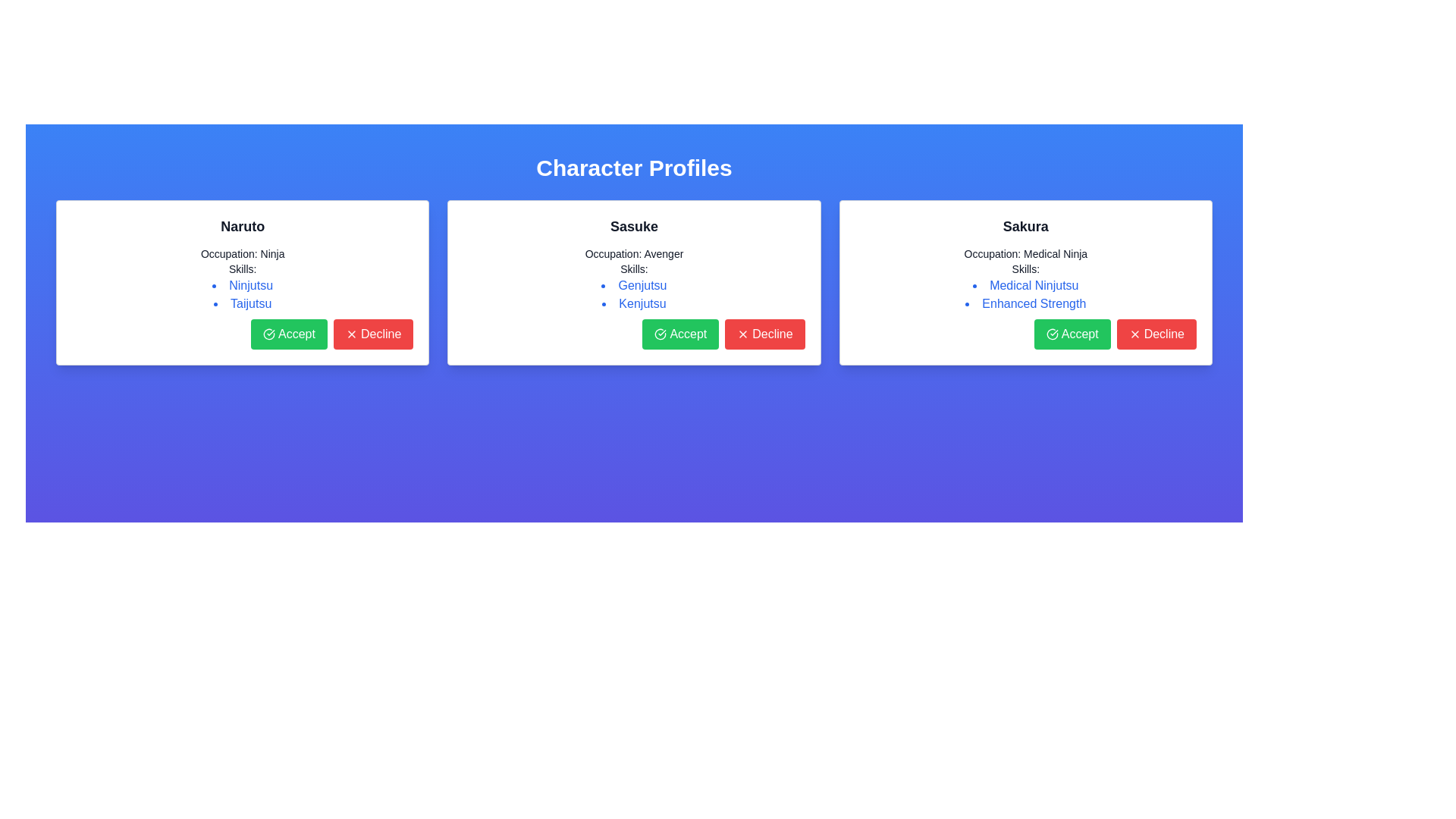 The width and height of the screenshot is (1456, 819). I want to click on the outlined circular design component of the check mark icon in the profile card for 'Sasuke', so click(661, 333).